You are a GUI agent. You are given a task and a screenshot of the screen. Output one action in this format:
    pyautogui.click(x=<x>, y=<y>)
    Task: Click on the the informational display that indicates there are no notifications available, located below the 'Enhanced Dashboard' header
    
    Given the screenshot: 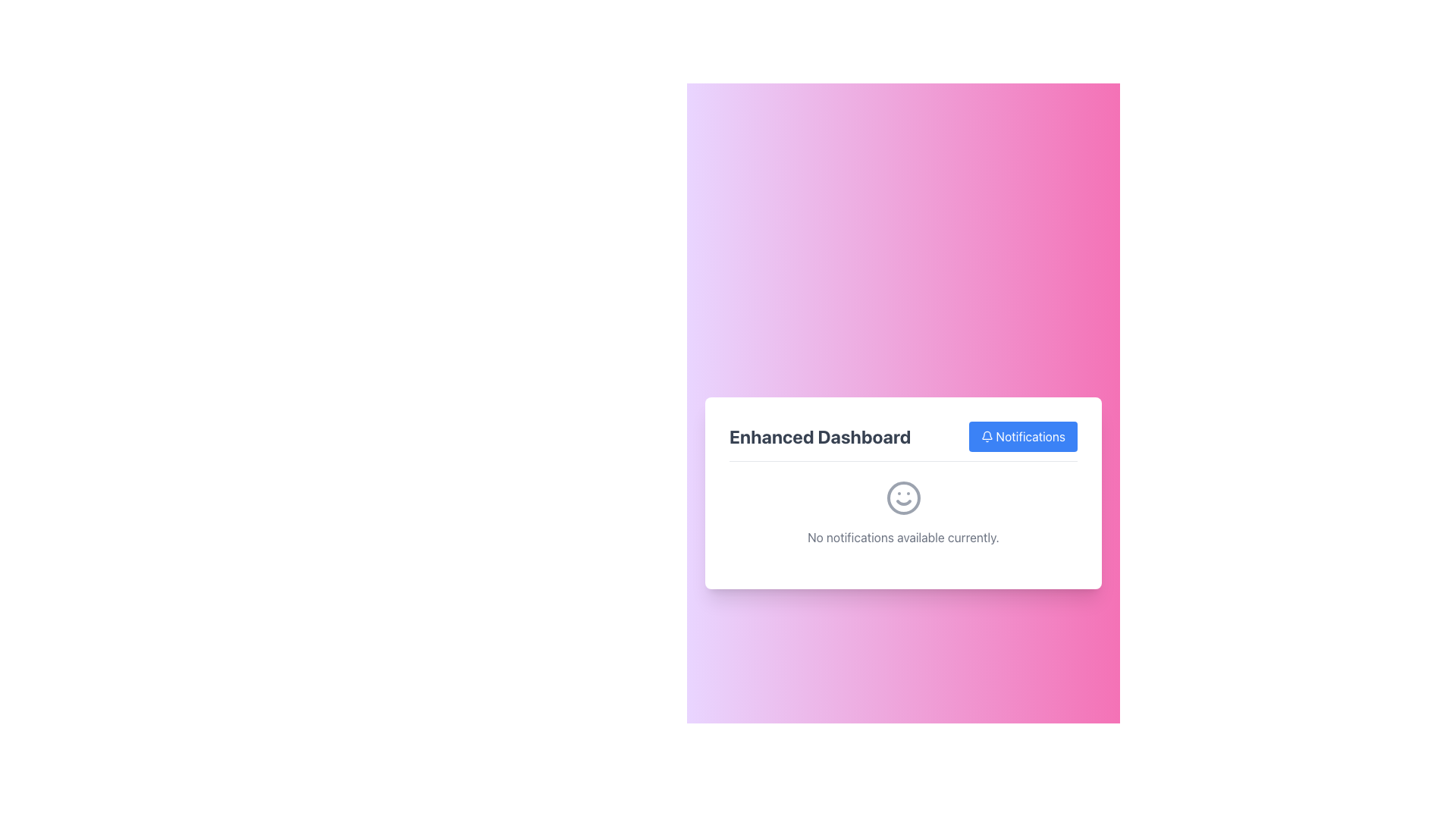 What is the action you would take?
    pyautogui.click(x=903, y=521)
    